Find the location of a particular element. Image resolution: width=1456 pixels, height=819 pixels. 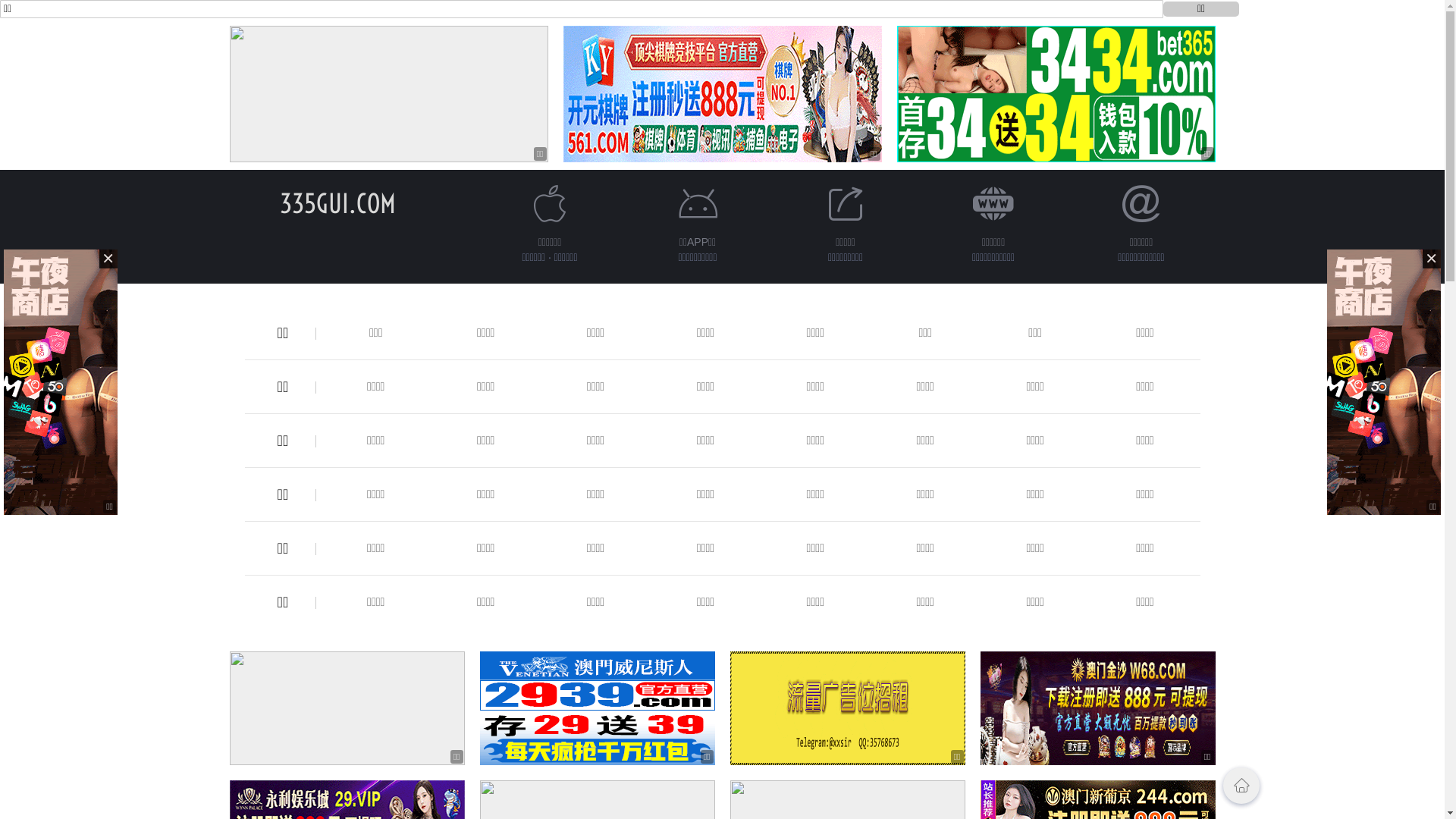

'335GUI.COM' is located at coordinates (280, 202).